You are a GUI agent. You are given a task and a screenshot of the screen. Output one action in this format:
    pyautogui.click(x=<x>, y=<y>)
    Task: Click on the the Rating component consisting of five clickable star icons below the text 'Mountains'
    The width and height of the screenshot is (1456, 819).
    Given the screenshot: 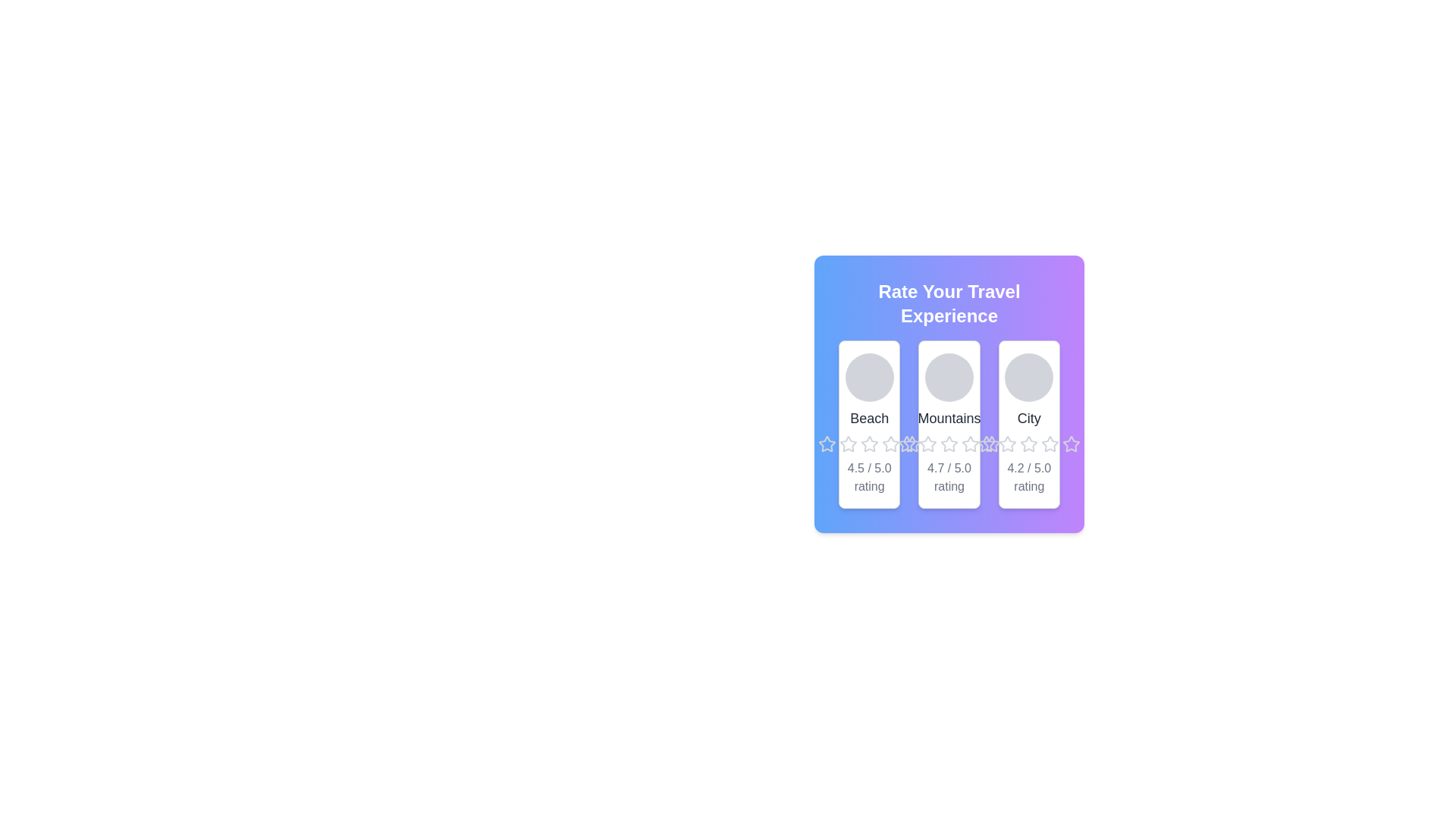 What is the action you would take?
    pyautogui.click(x=949, y=444)
    